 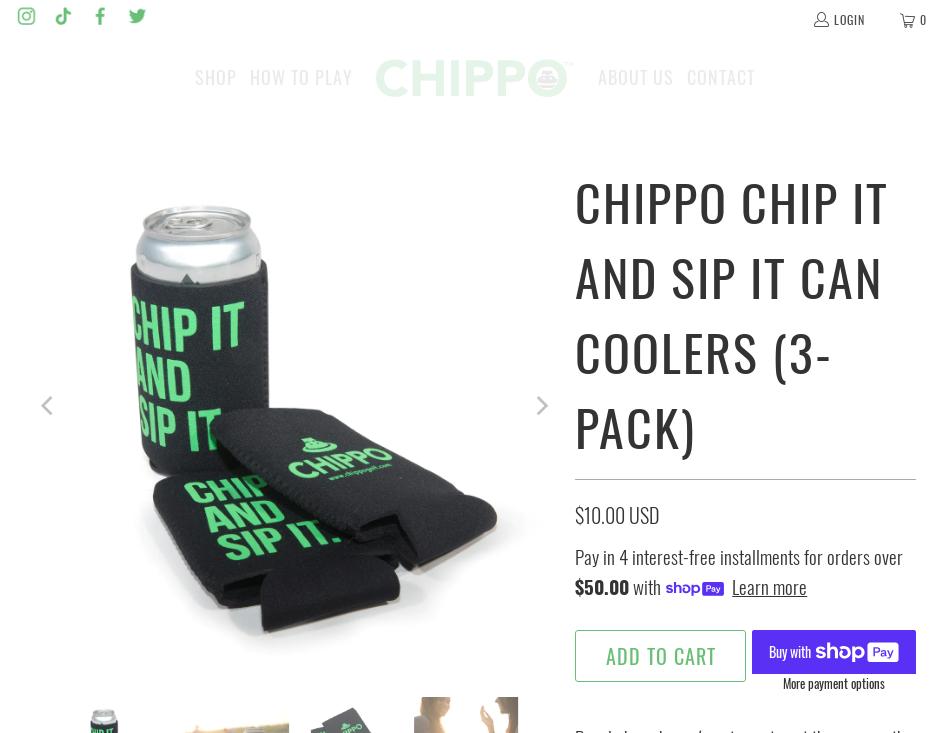 I want to click on 'Chippo CHIP IT AND SIP IT can coolers (3-pack)', so click(x=575, y=312).